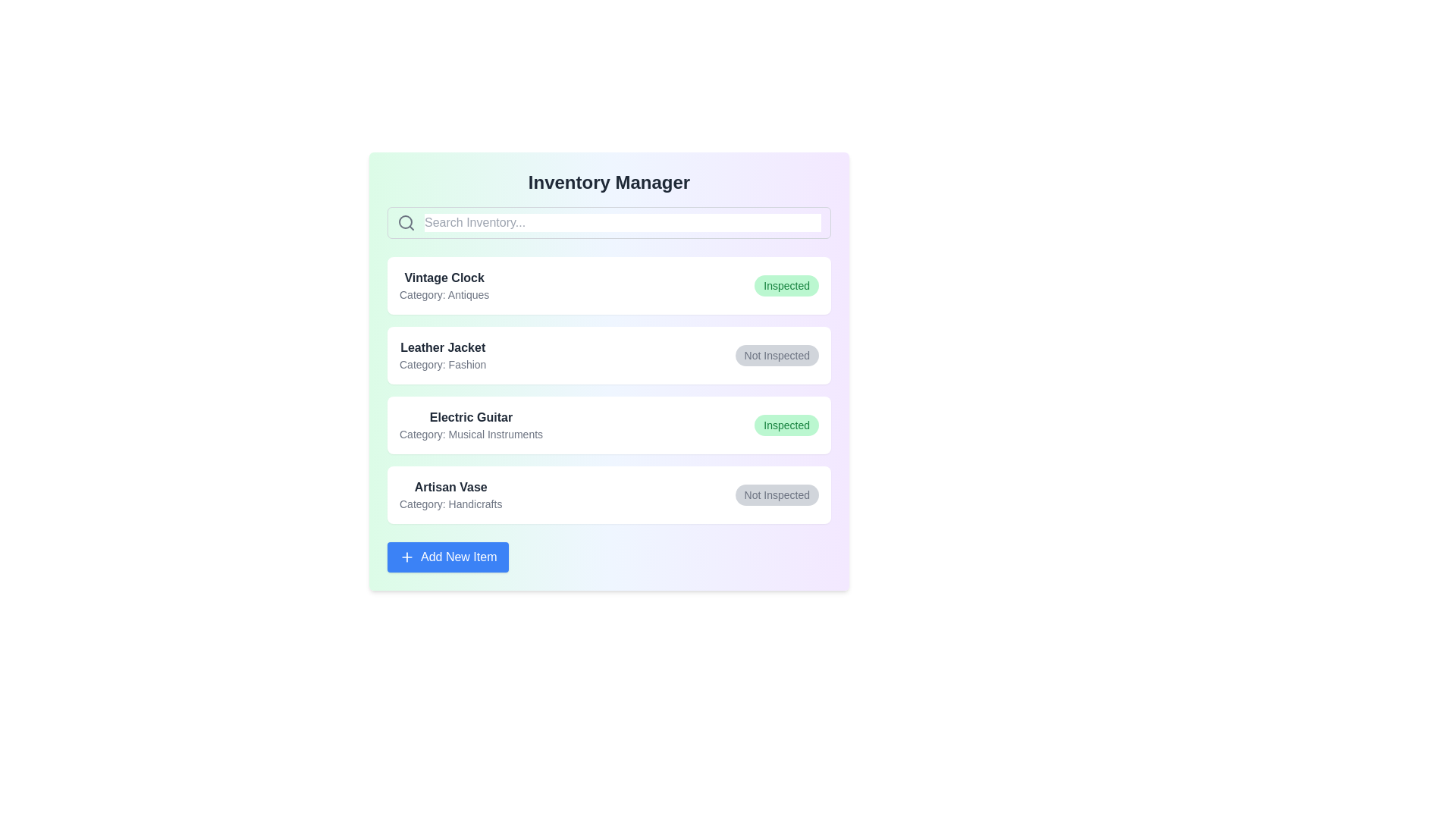 This screenshot has width=1456, height=819. Describe the element at coordinates (609, 425) in the screenshot. I see `the item Electric Guitar to explore its hover effects` at that location.